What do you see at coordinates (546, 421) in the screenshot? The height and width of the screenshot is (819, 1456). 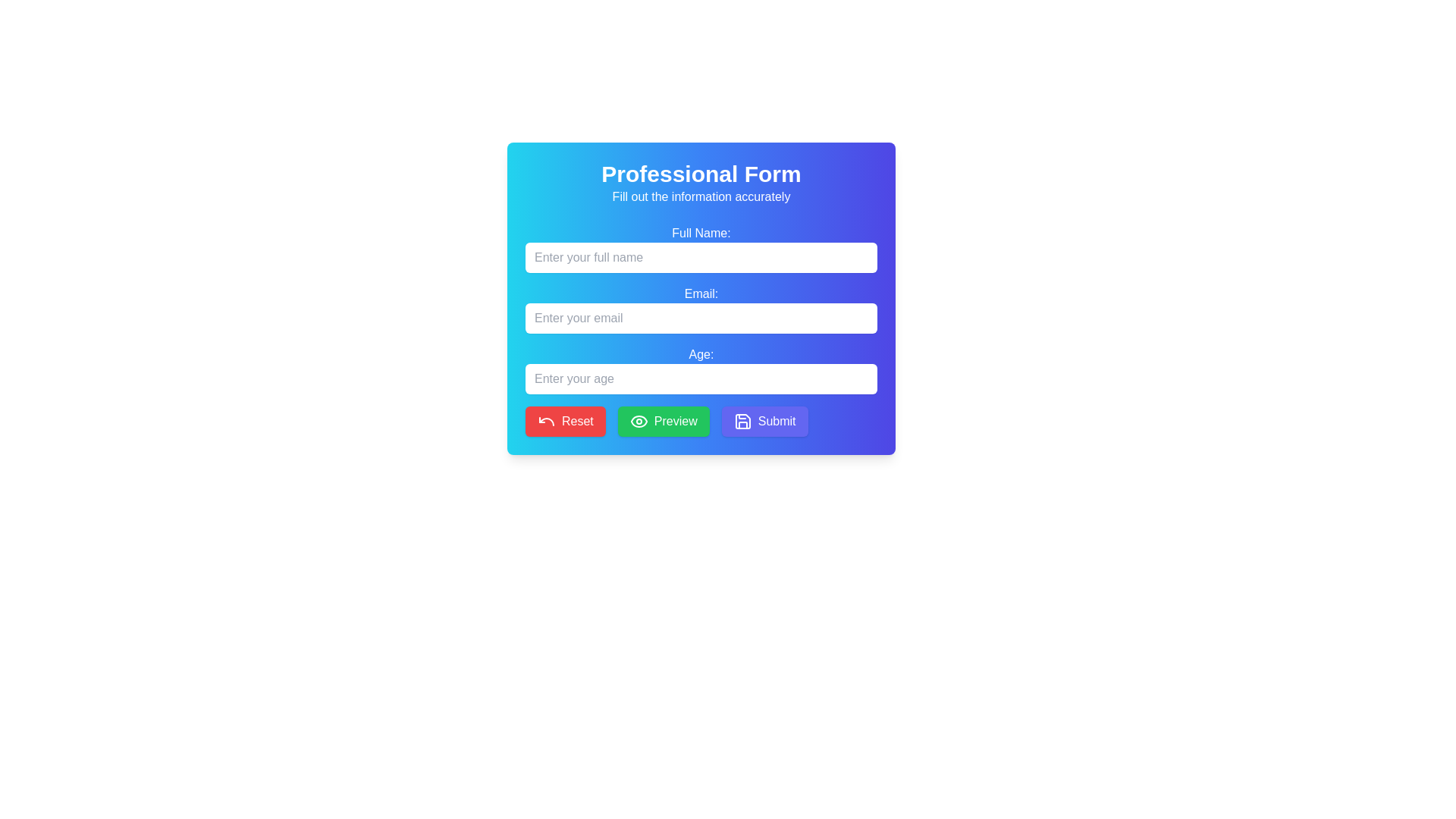 I see `the red undo arrow icon, which is located within the Reset button at the bottom-left side of the form interface` at bounding box center [546, 421].